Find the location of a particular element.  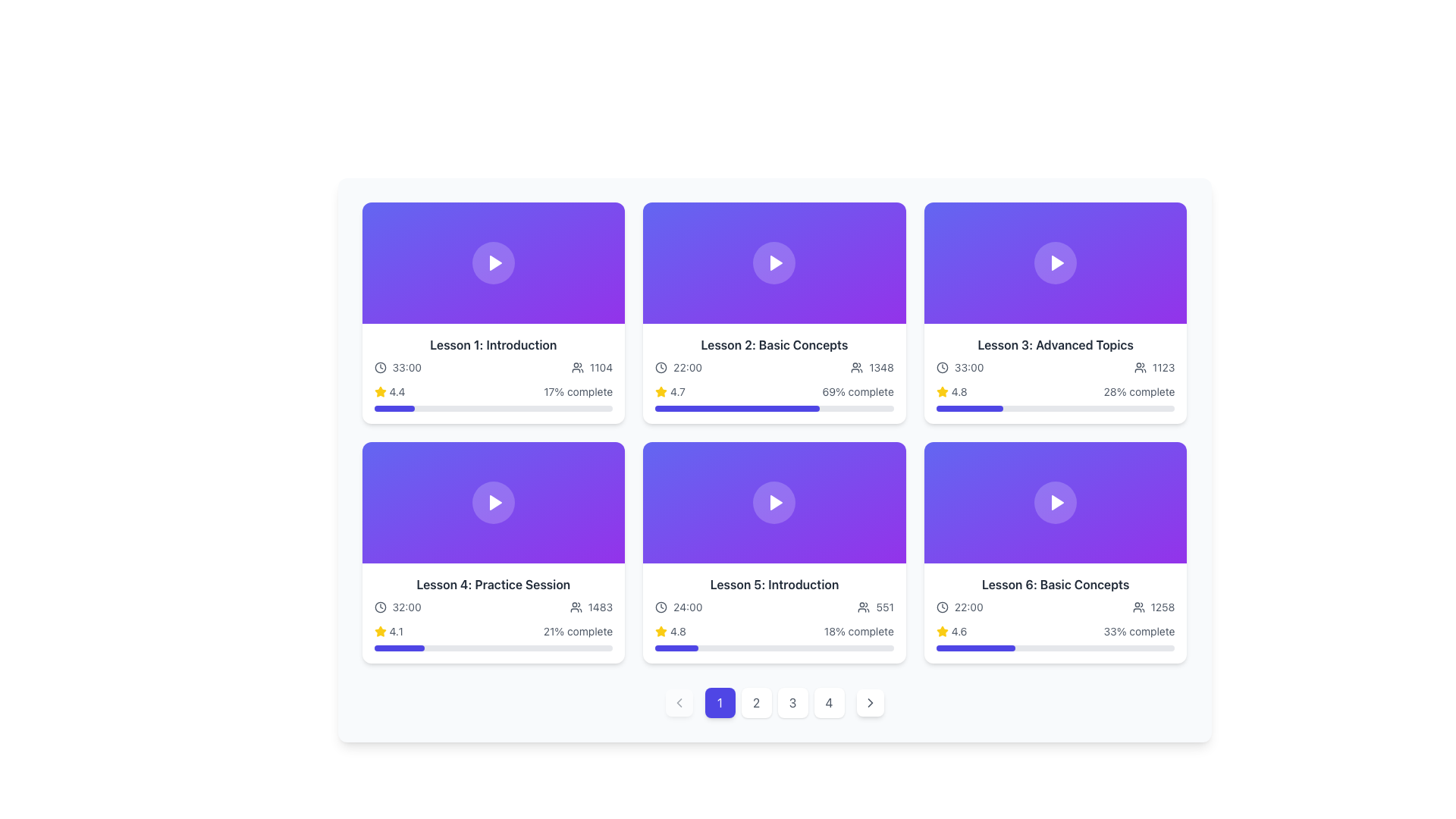

the Progress Bar Segment located at the bottom of the 'Lesson 4: Practice Session' card, which is a short rectangular UI component with rounded edges styled in indigo hues is located at coordinates (399, 648).